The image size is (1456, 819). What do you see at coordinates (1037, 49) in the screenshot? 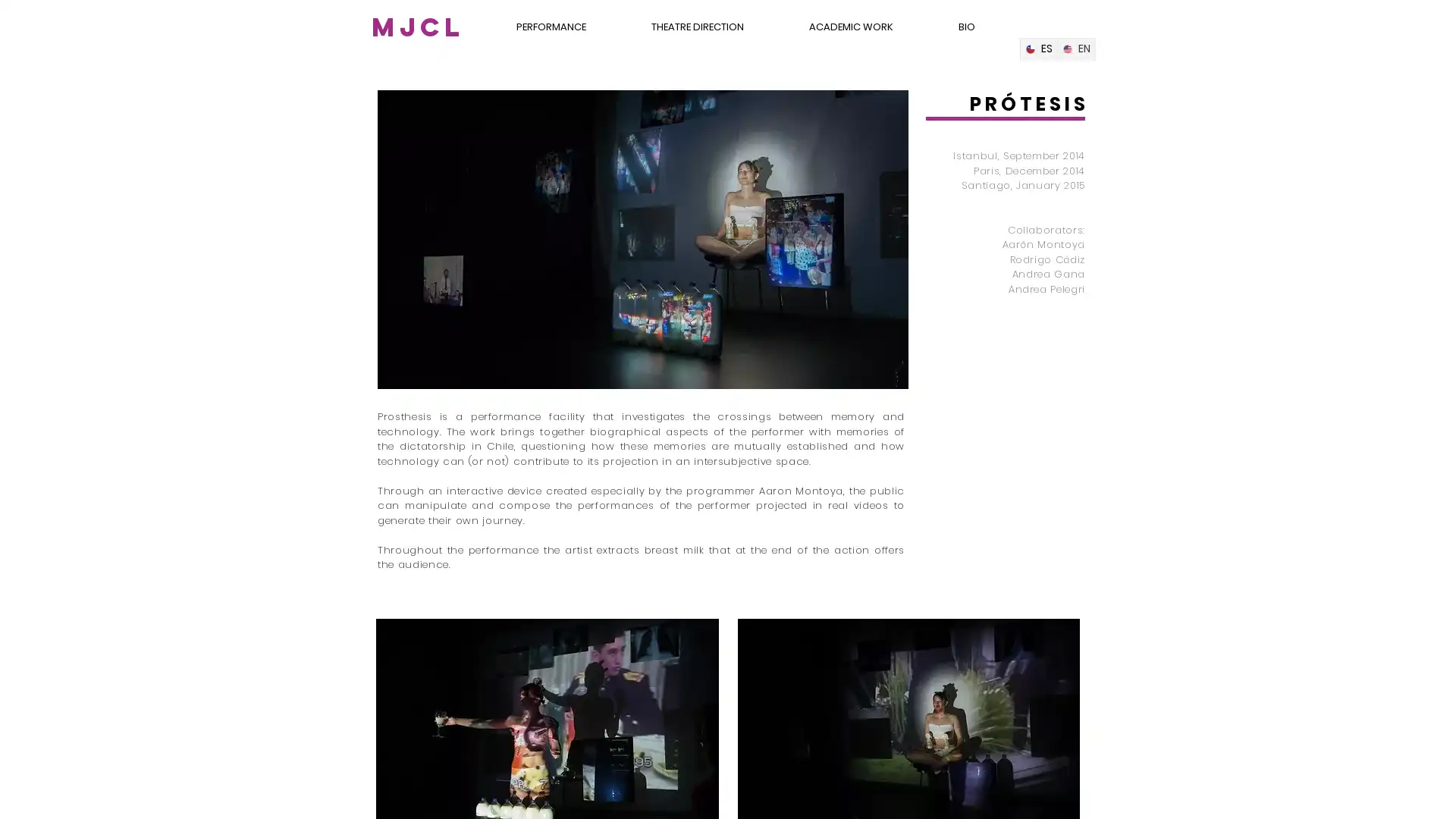
I see `Spanish` at bounding box center [1037, 49].